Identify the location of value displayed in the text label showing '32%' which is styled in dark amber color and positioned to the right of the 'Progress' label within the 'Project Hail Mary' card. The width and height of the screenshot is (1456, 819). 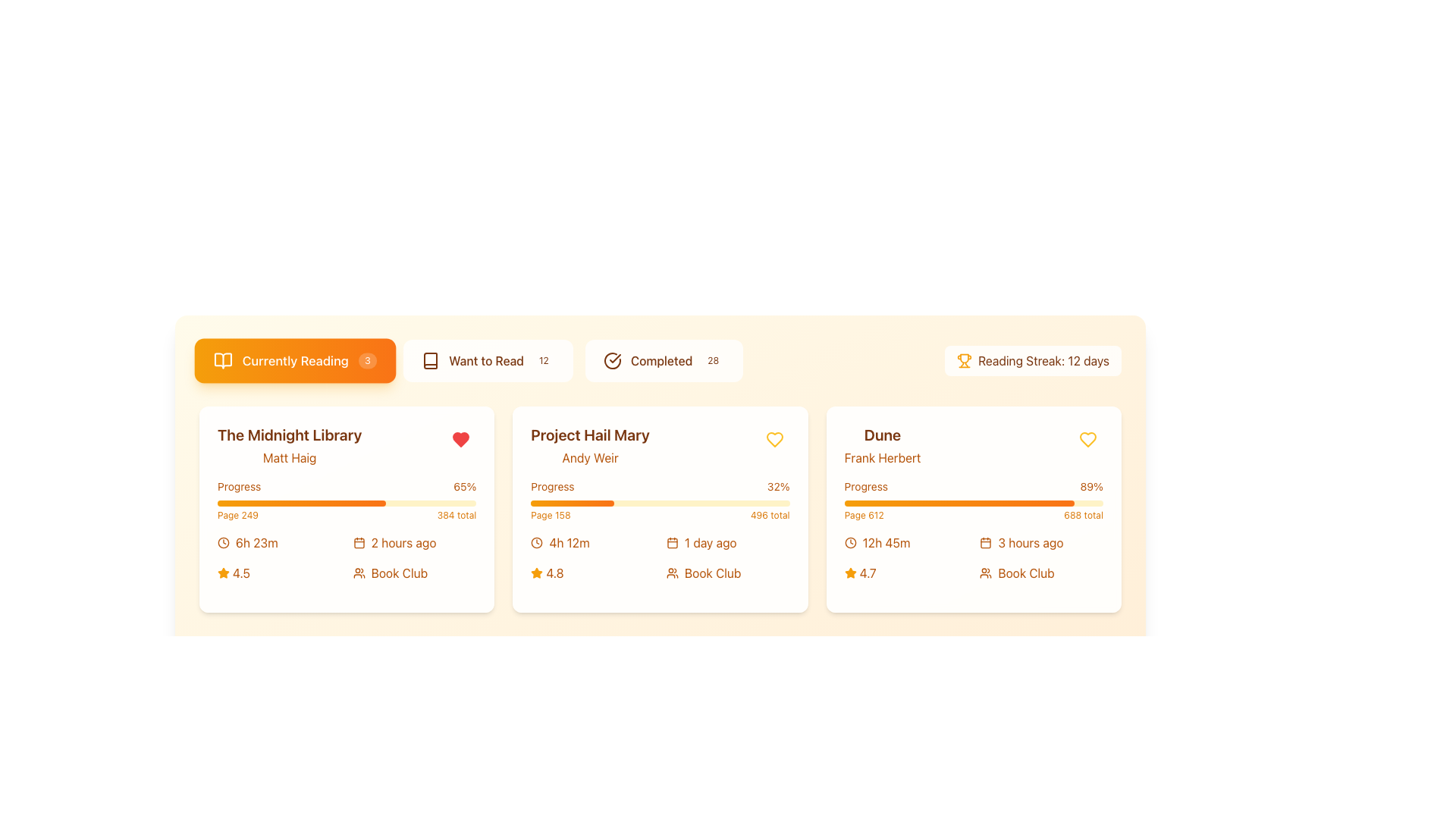
(778, 486).